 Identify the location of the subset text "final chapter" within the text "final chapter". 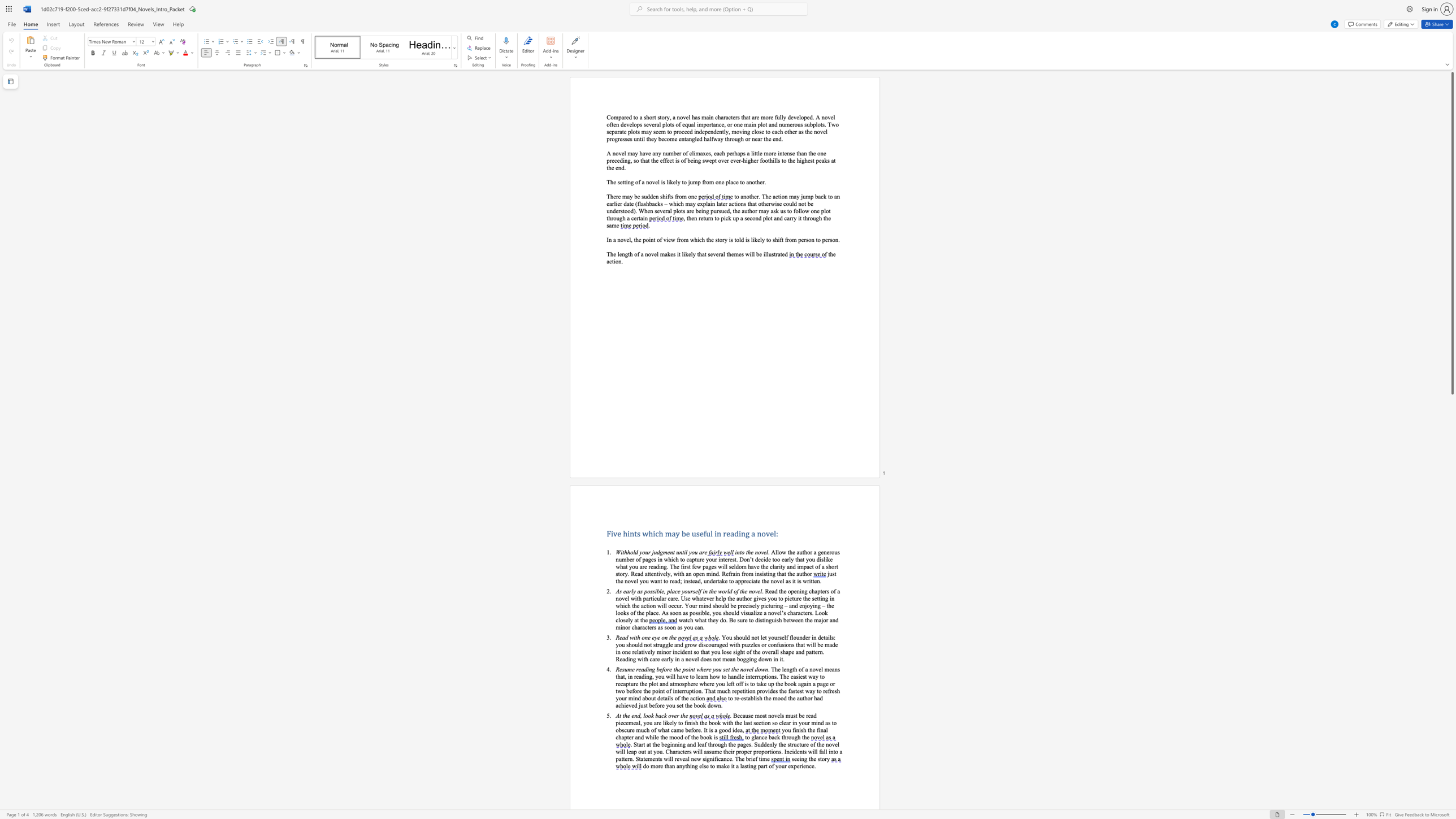
(816, 730).